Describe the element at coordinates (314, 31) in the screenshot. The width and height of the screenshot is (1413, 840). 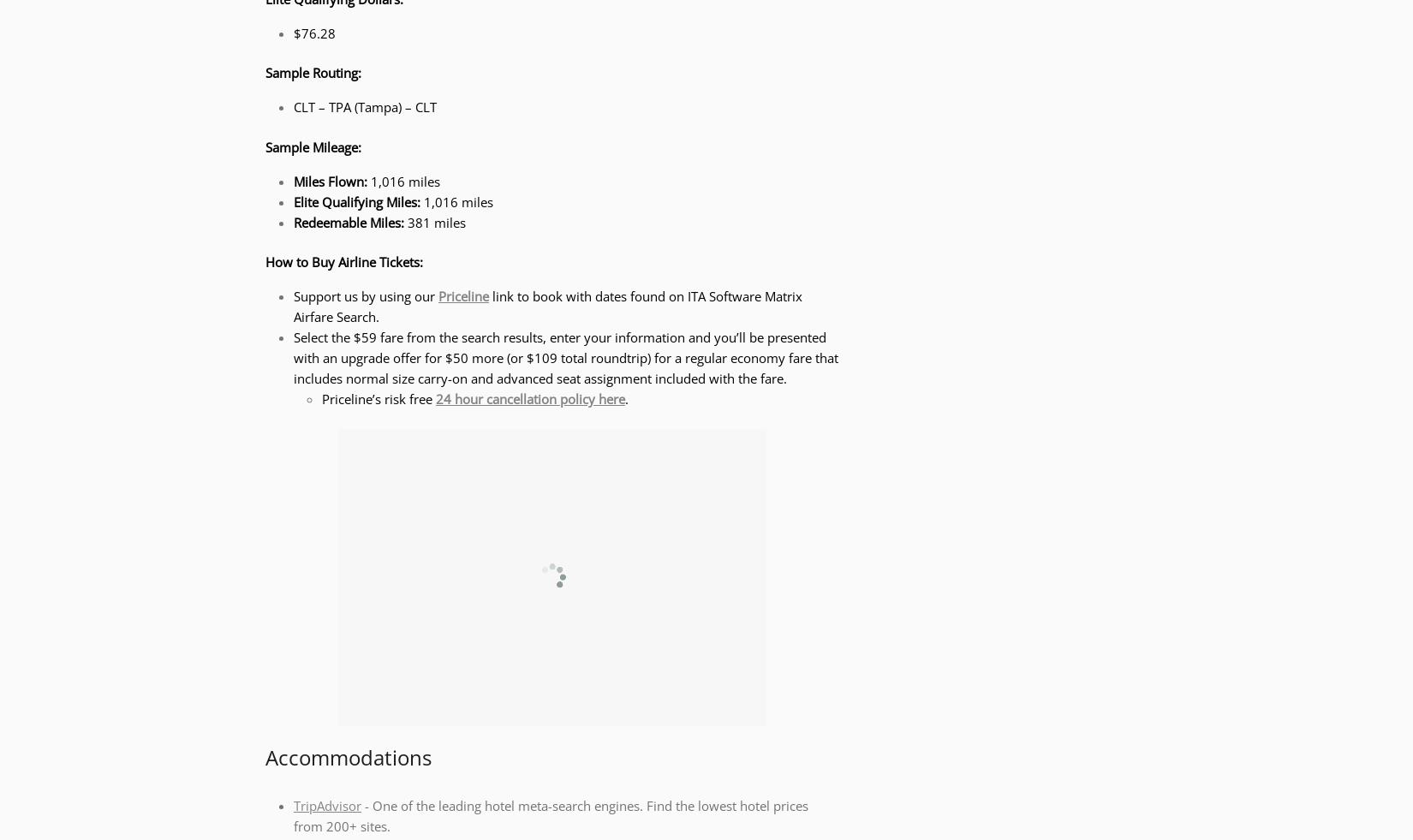
I see `'$76.28'` at that location.